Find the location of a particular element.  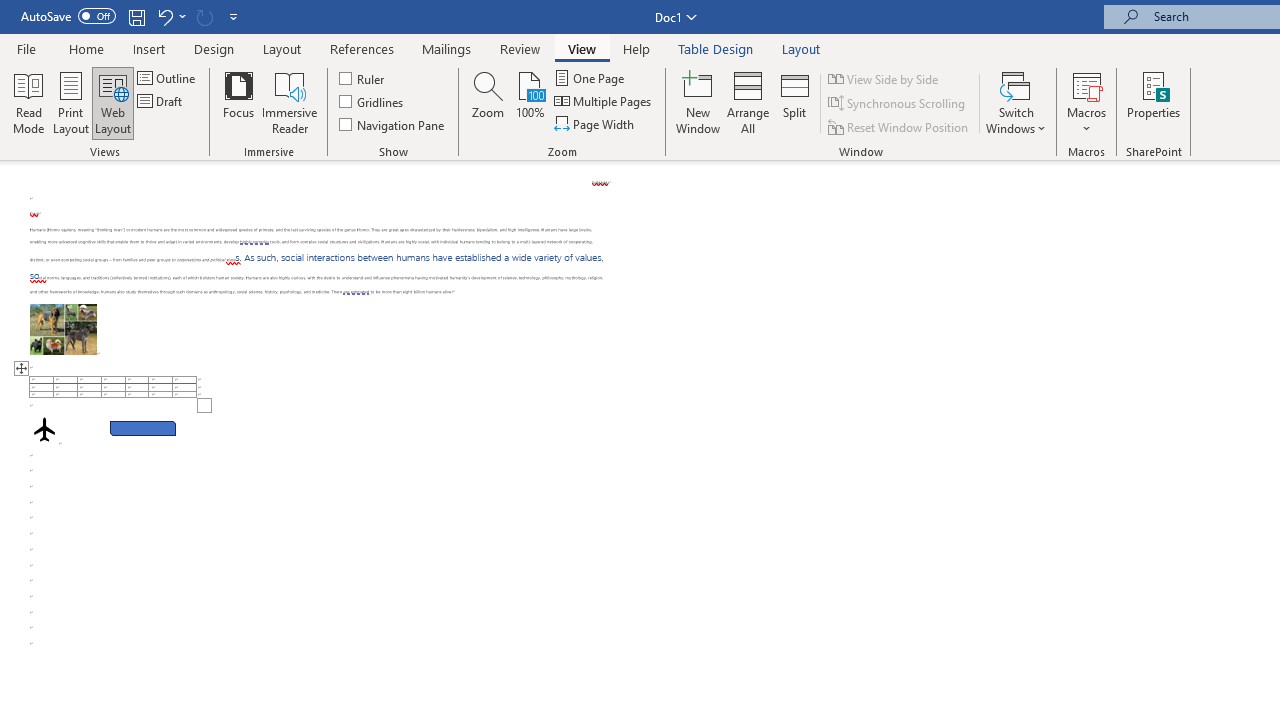

'Focus' is located at coordinates (238, 103).